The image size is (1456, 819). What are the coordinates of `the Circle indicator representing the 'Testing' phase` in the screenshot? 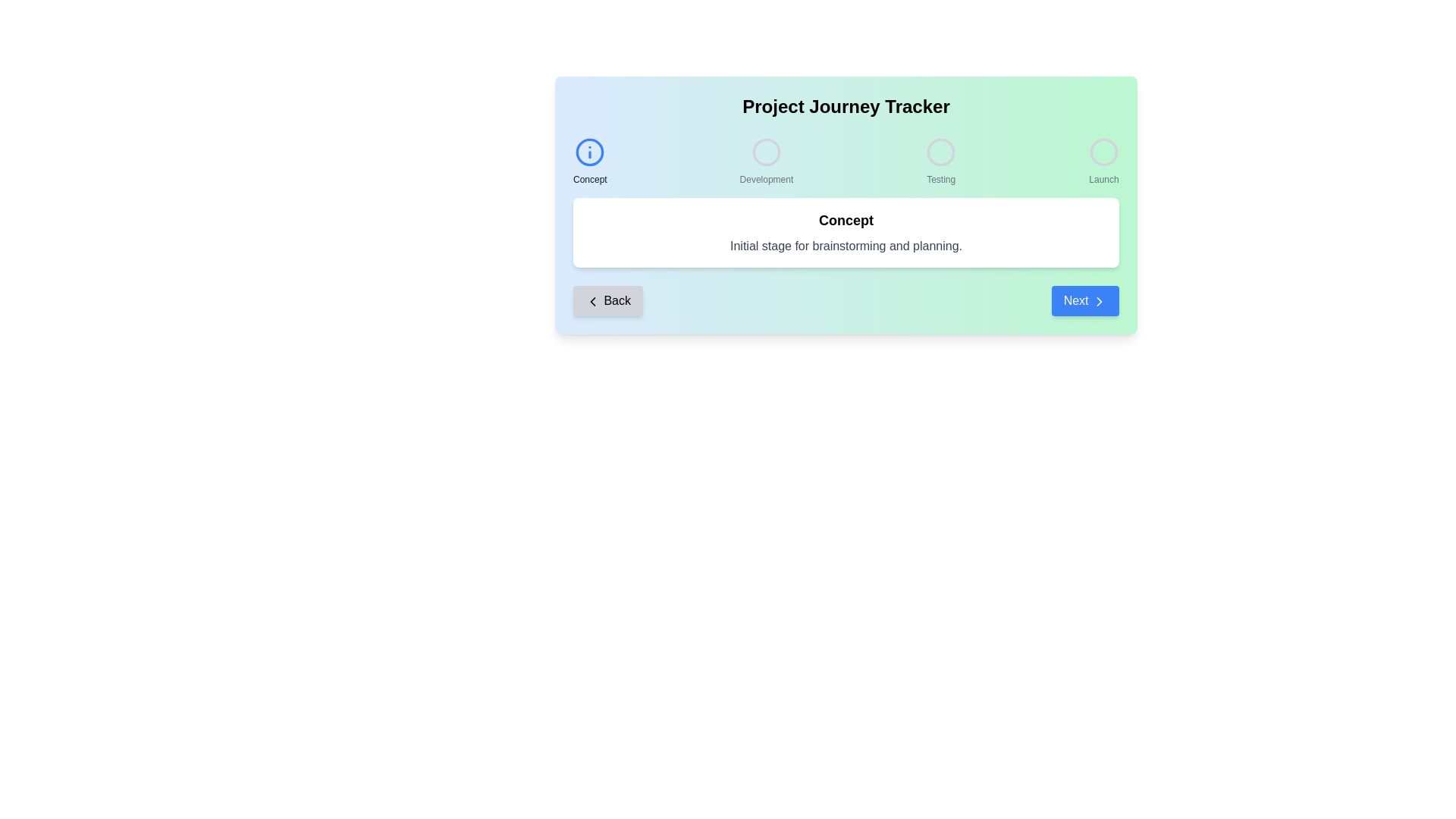 It's located at (940, 152).